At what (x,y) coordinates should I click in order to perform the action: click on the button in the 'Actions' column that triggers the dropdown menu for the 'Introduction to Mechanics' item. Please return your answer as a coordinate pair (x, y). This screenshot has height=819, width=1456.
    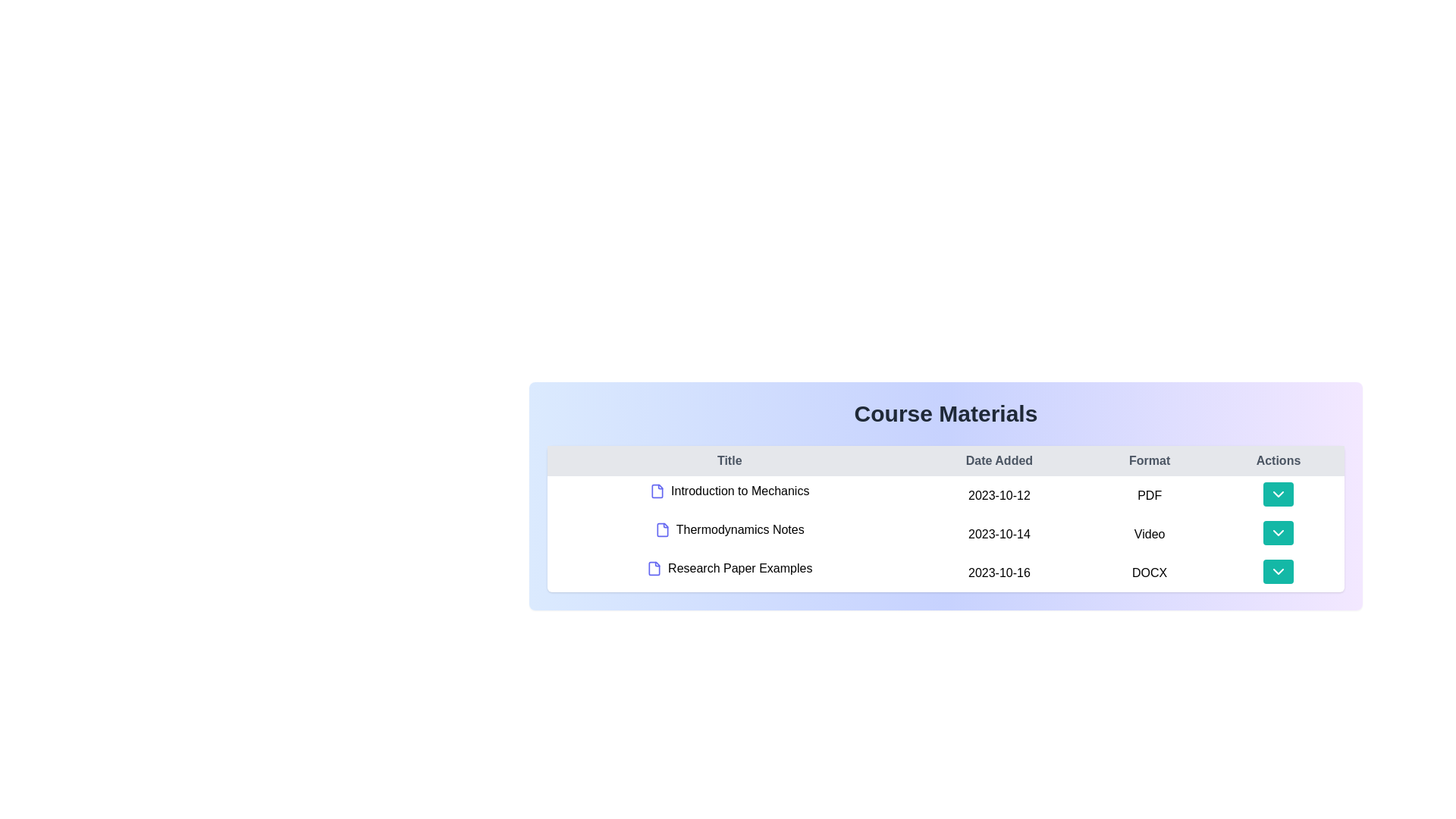
    Looking at the image, I should click on (1277, 494).